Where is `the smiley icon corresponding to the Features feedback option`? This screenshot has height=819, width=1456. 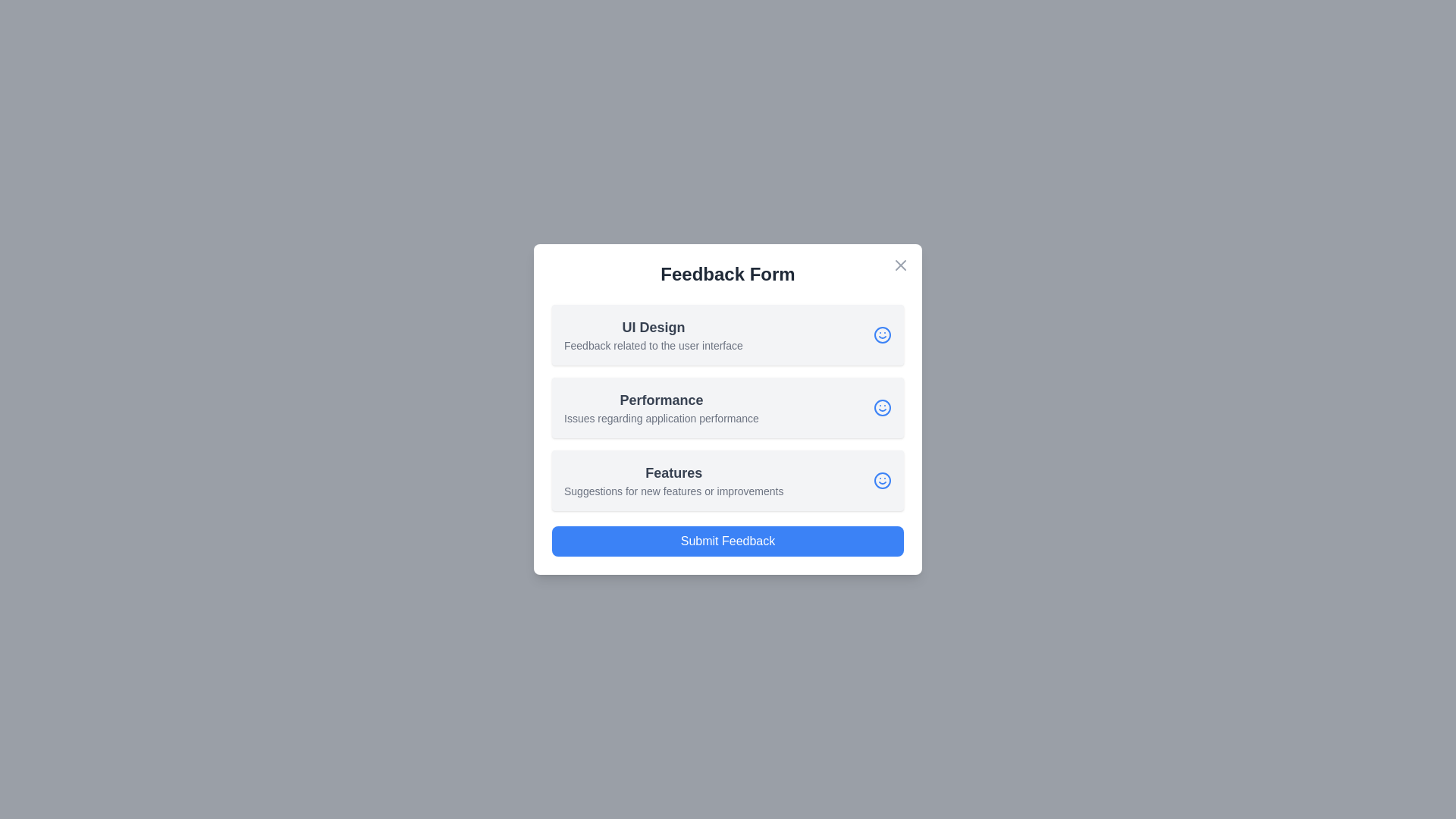 the smiley icon corresponding to the Features feedback option is located at coordinates (882, 480).